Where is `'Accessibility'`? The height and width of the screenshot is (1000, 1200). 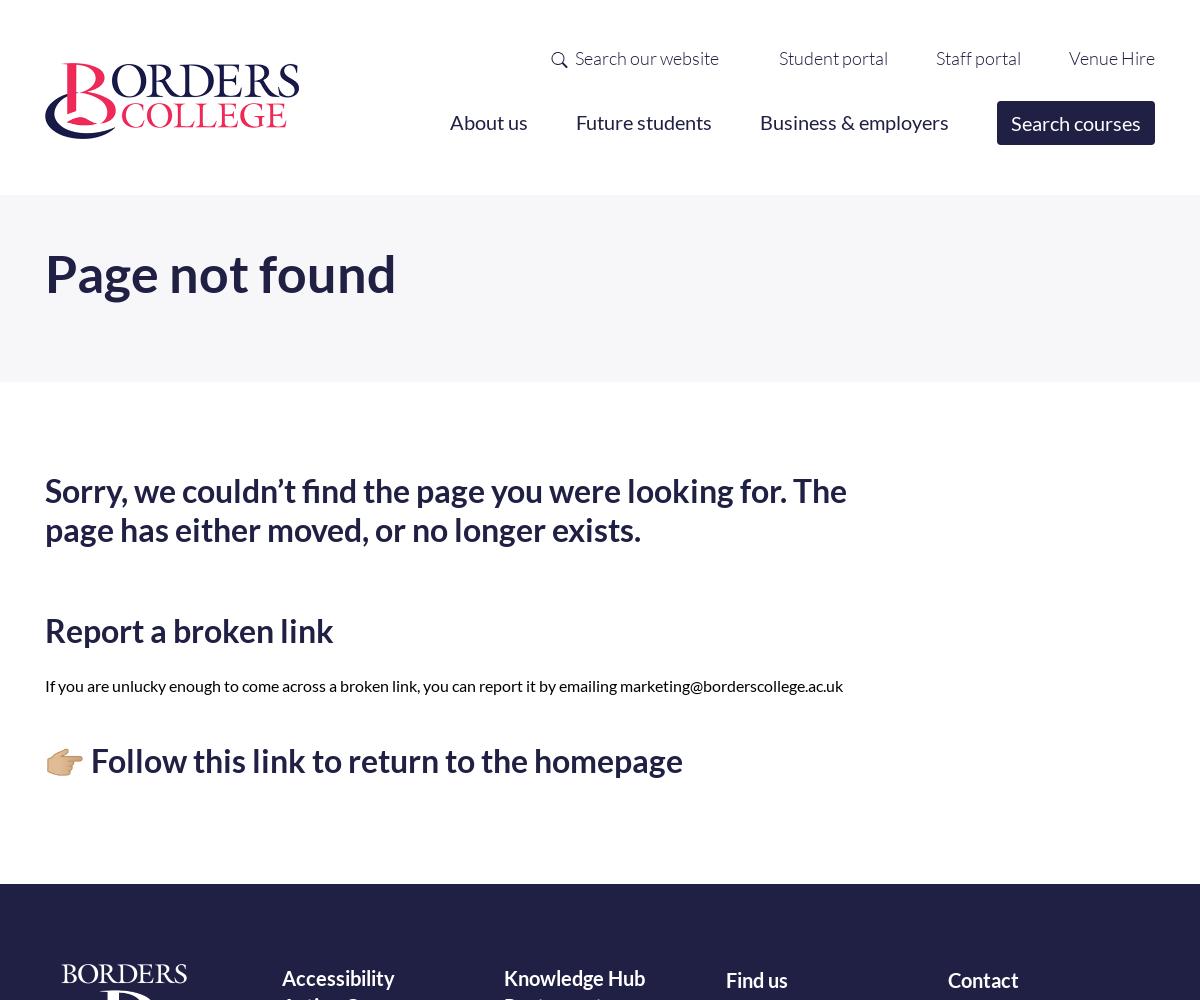 'Accessibility' is located at coordinates (281, 977).